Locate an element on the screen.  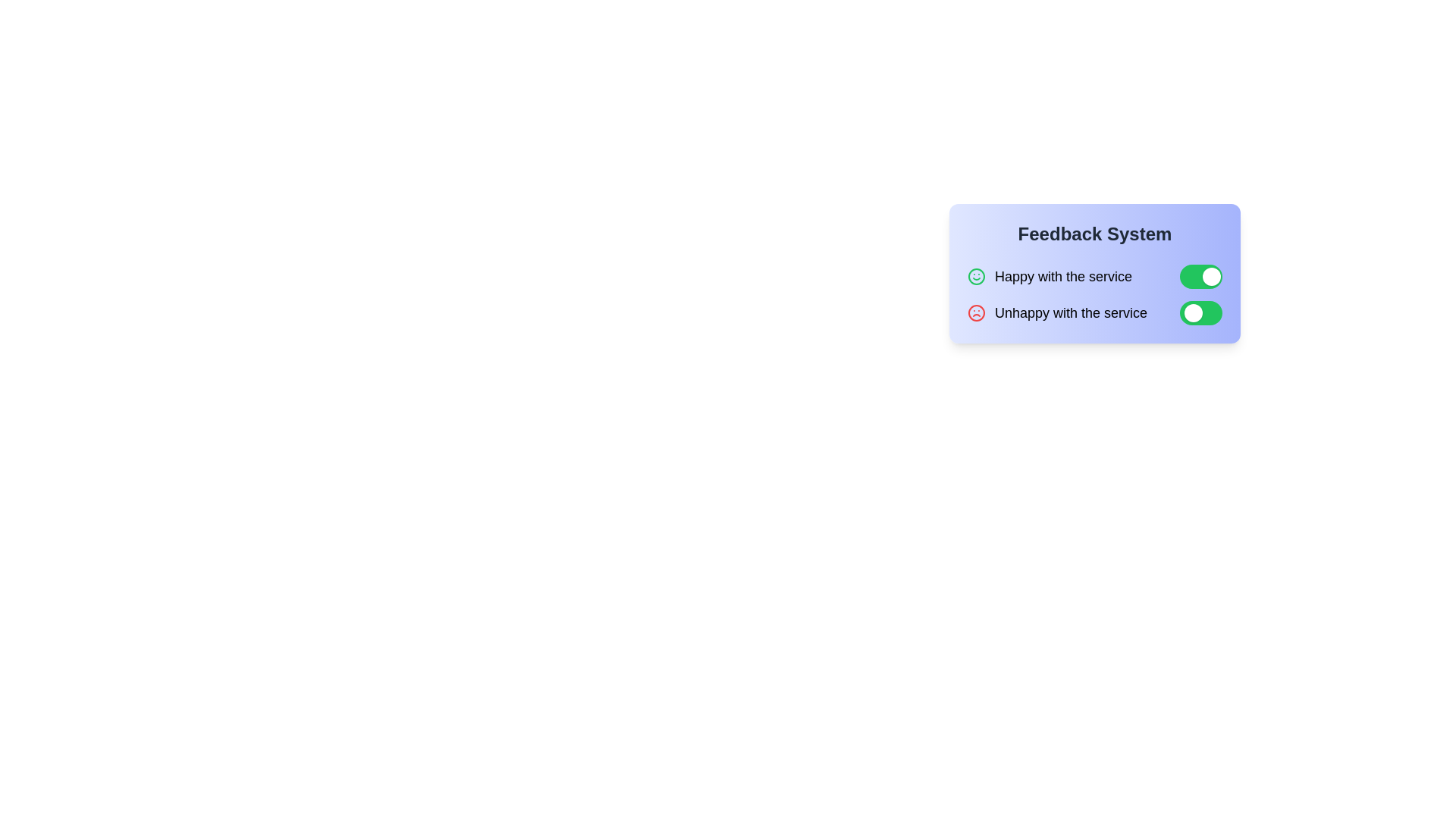
the toggle switch in the user feedback input component indicating dissatisfaction with the service to change its state is located at coordinates (1095, 312).